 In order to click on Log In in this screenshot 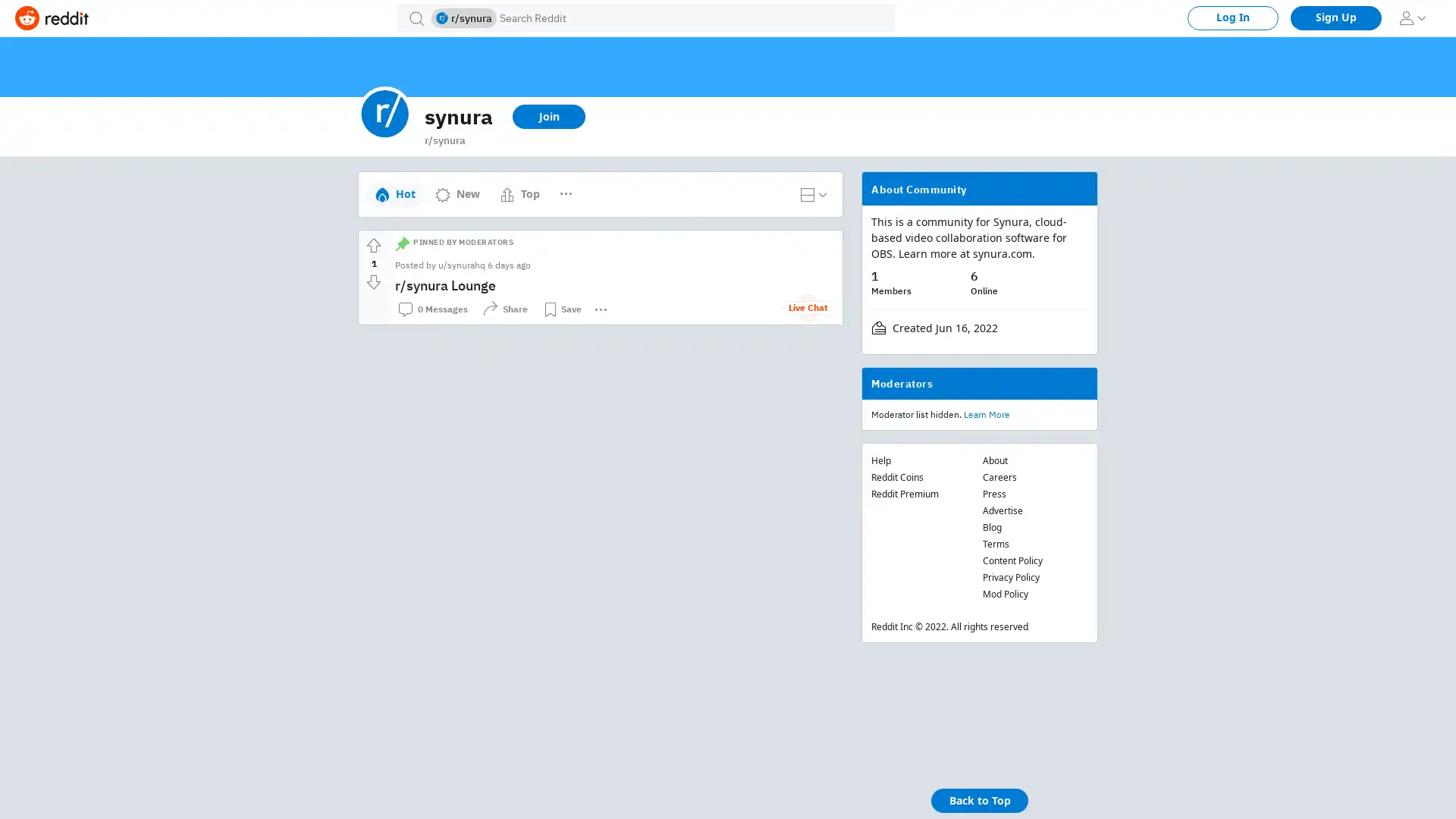, I will do `click(1233, 17)`.